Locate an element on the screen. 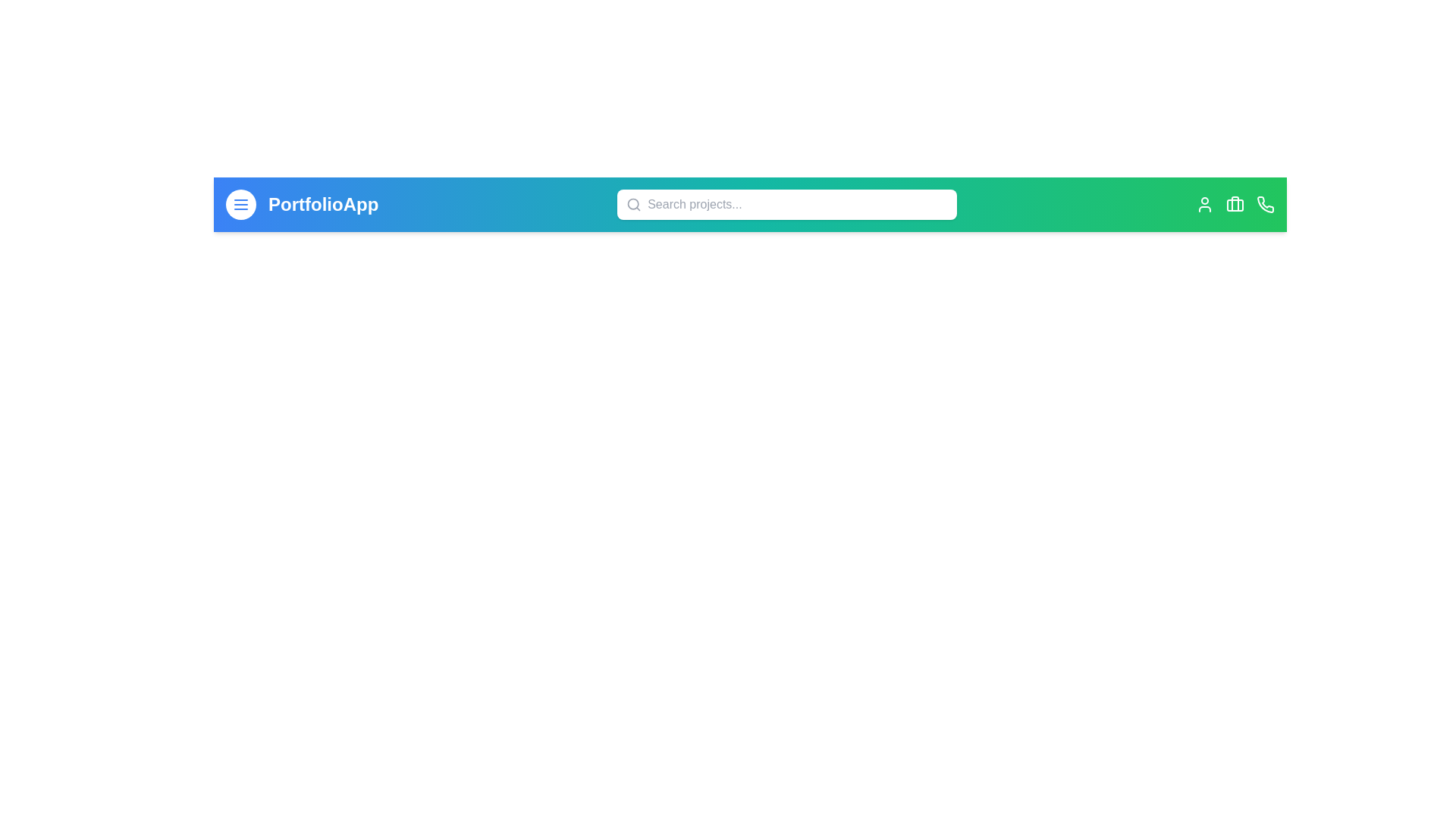 The height and width of the screenshot is (819, 1456). the title text 'PortfolioApp' to view it is located at coordinates (322, 205).